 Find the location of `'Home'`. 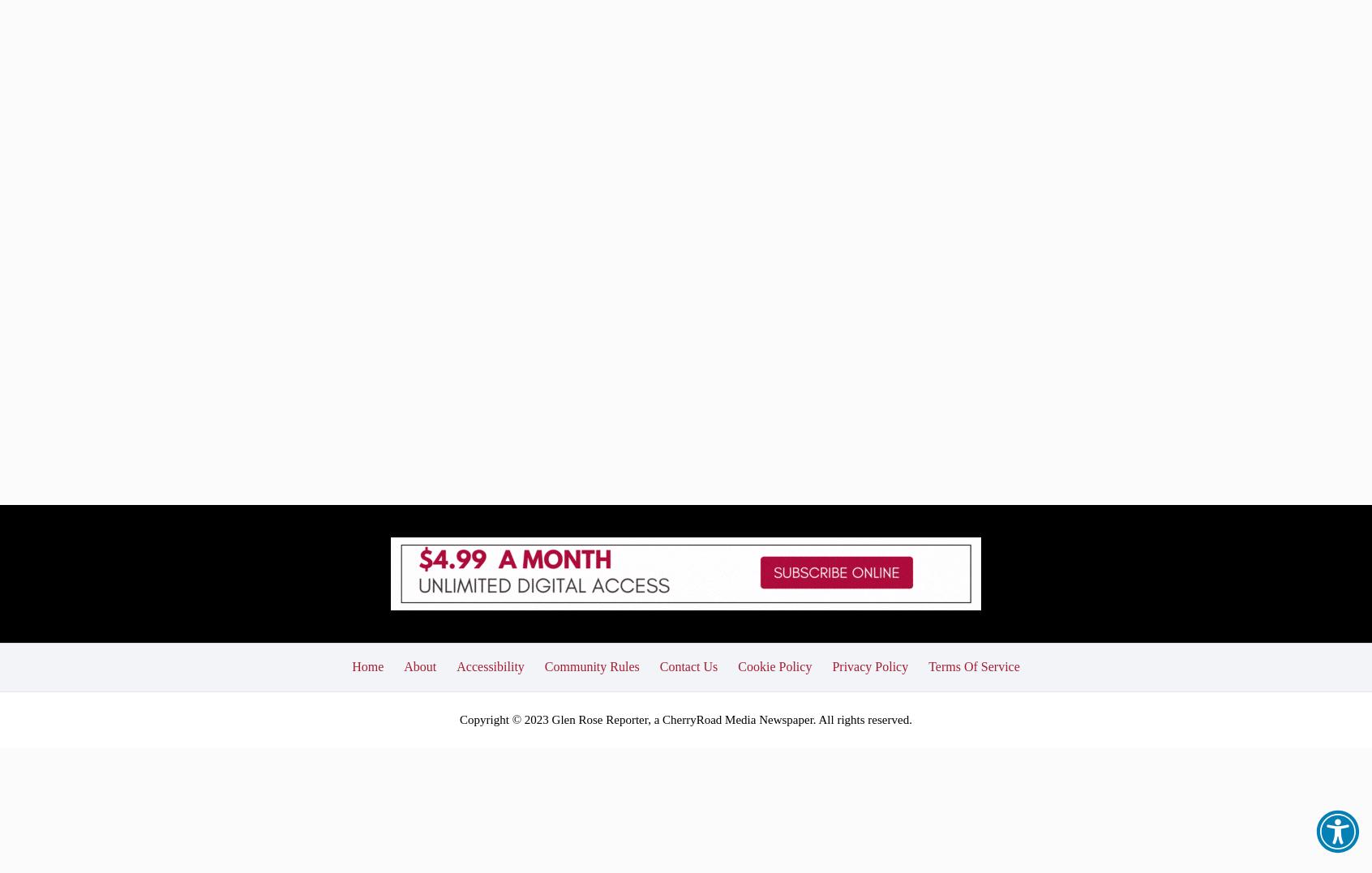

'Home' is located at coordinates (367, 546).